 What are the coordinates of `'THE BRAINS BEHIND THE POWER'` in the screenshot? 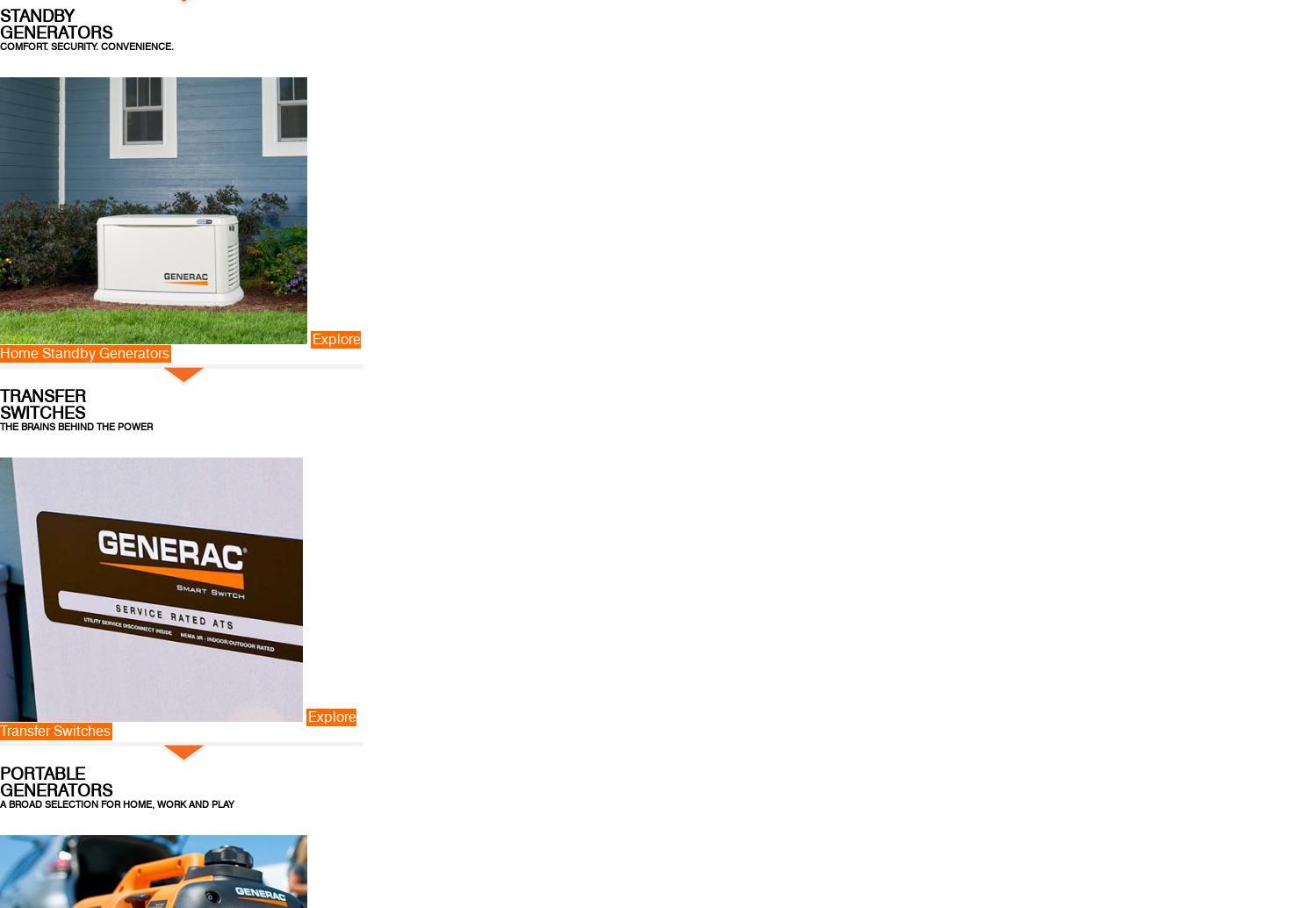 It's located at (0, 425).